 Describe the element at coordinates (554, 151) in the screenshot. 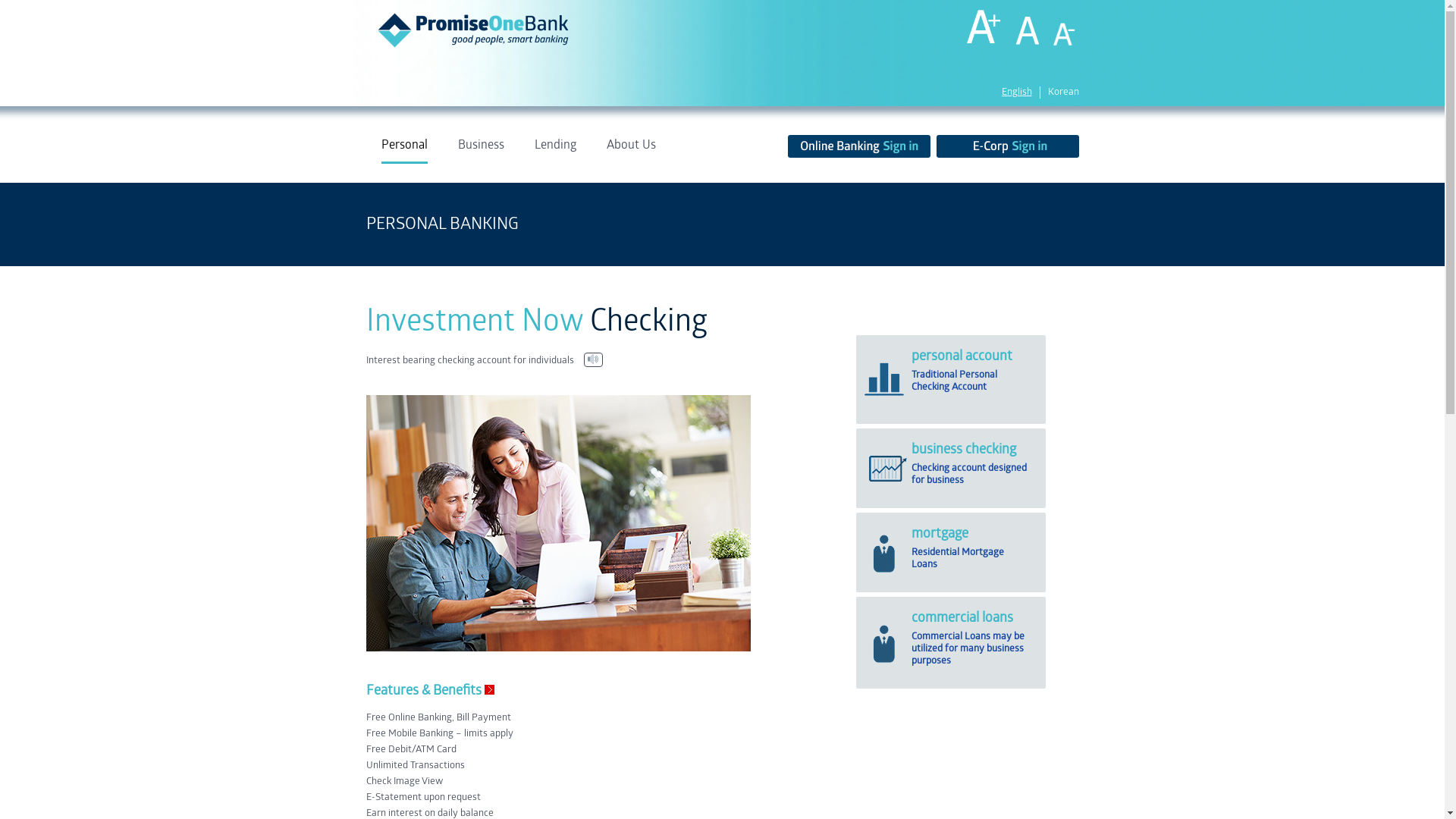

I see `'Lending'` at that location.